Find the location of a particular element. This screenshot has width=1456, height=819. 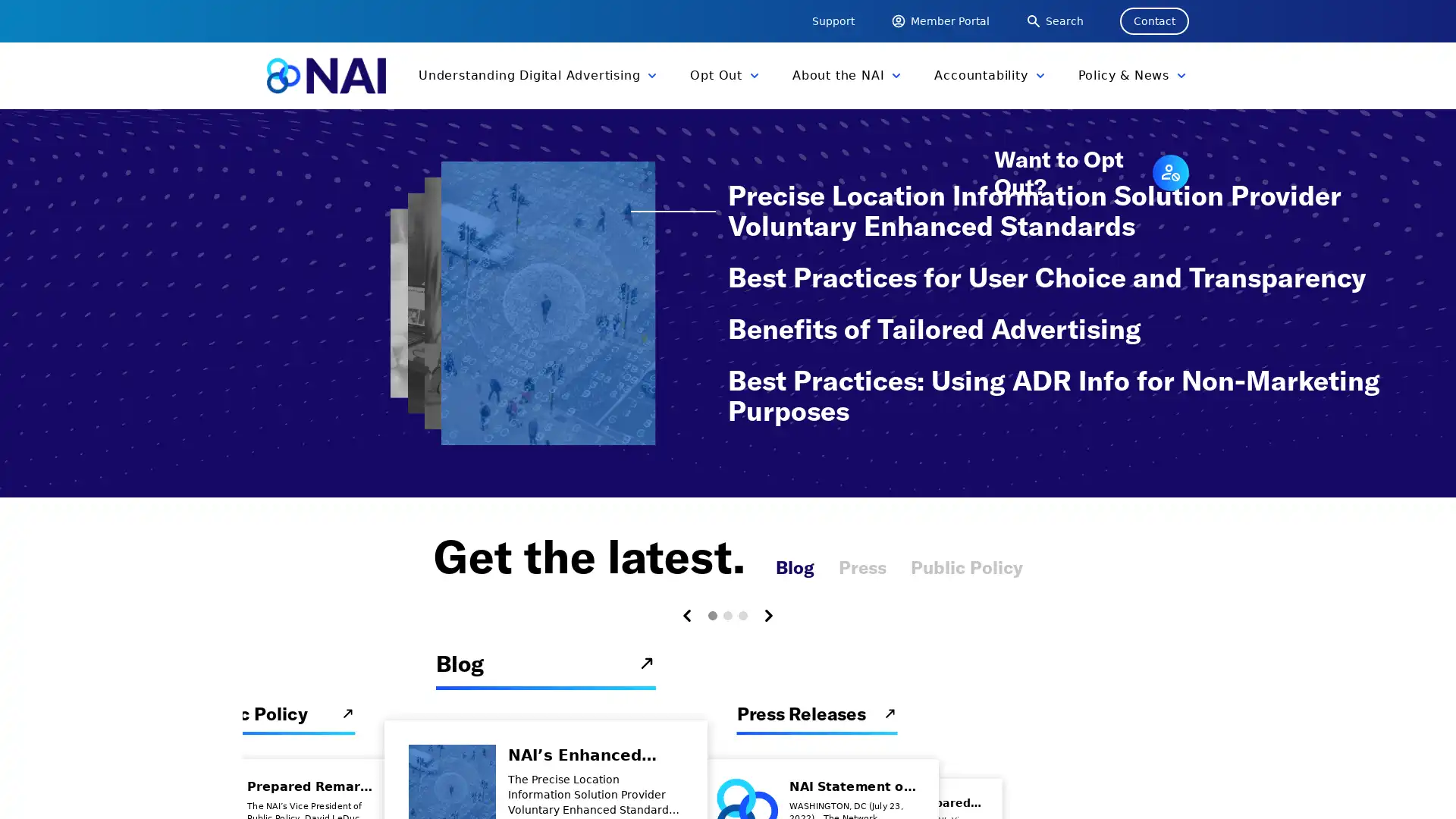

Carousel Page 1 (Current Slide) is located at coordinates (712, 616).